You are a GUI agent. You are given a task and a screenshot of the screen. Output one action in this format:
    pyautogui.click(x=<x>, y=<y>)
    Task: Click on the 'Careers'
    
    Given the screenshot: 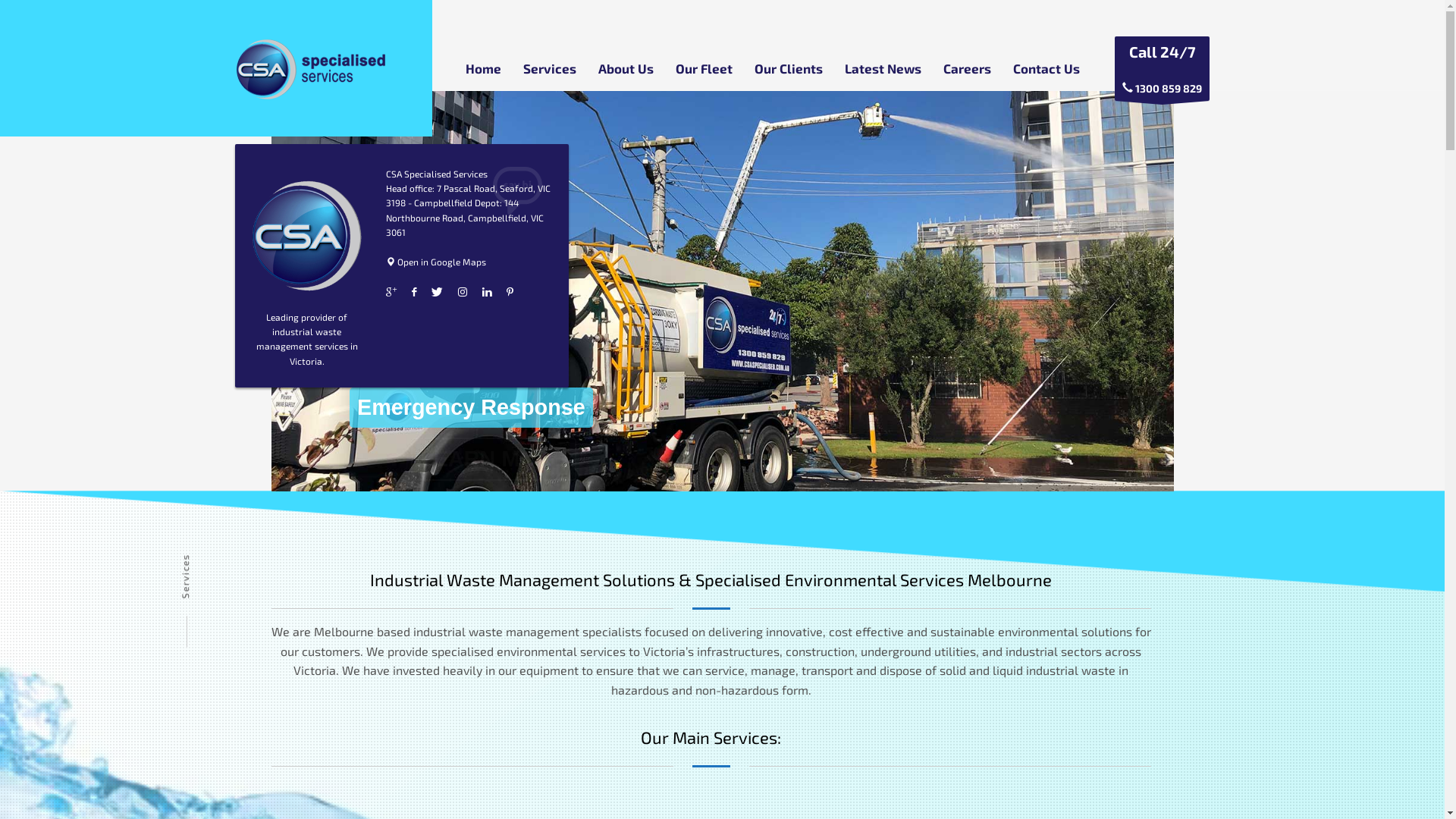 What is the action you would take?
    pyautogui.click(x=966, y=67)
    